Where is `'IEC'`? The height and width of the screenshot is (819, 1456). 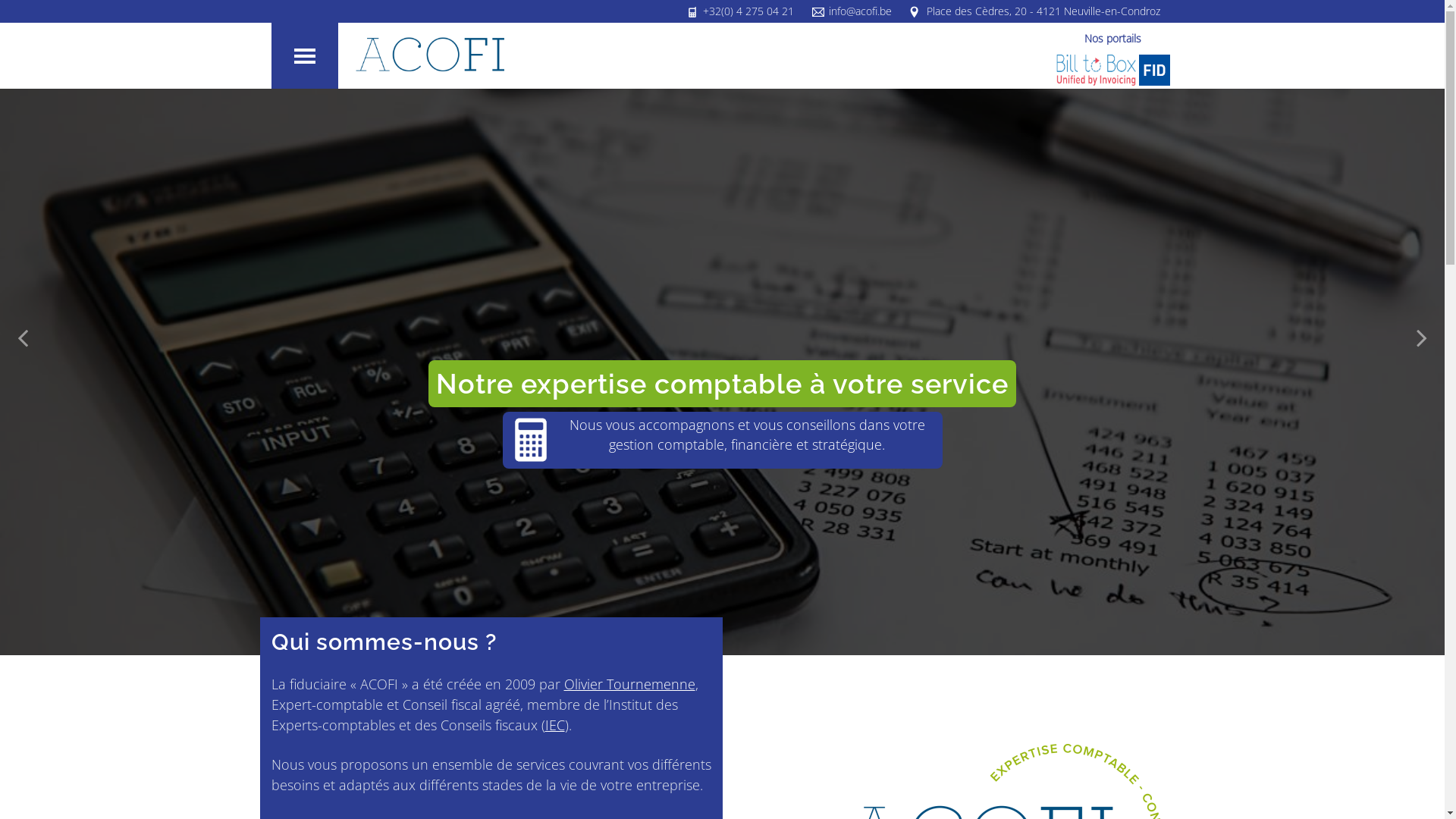
'IEC' is located at coordinates (553, 724).